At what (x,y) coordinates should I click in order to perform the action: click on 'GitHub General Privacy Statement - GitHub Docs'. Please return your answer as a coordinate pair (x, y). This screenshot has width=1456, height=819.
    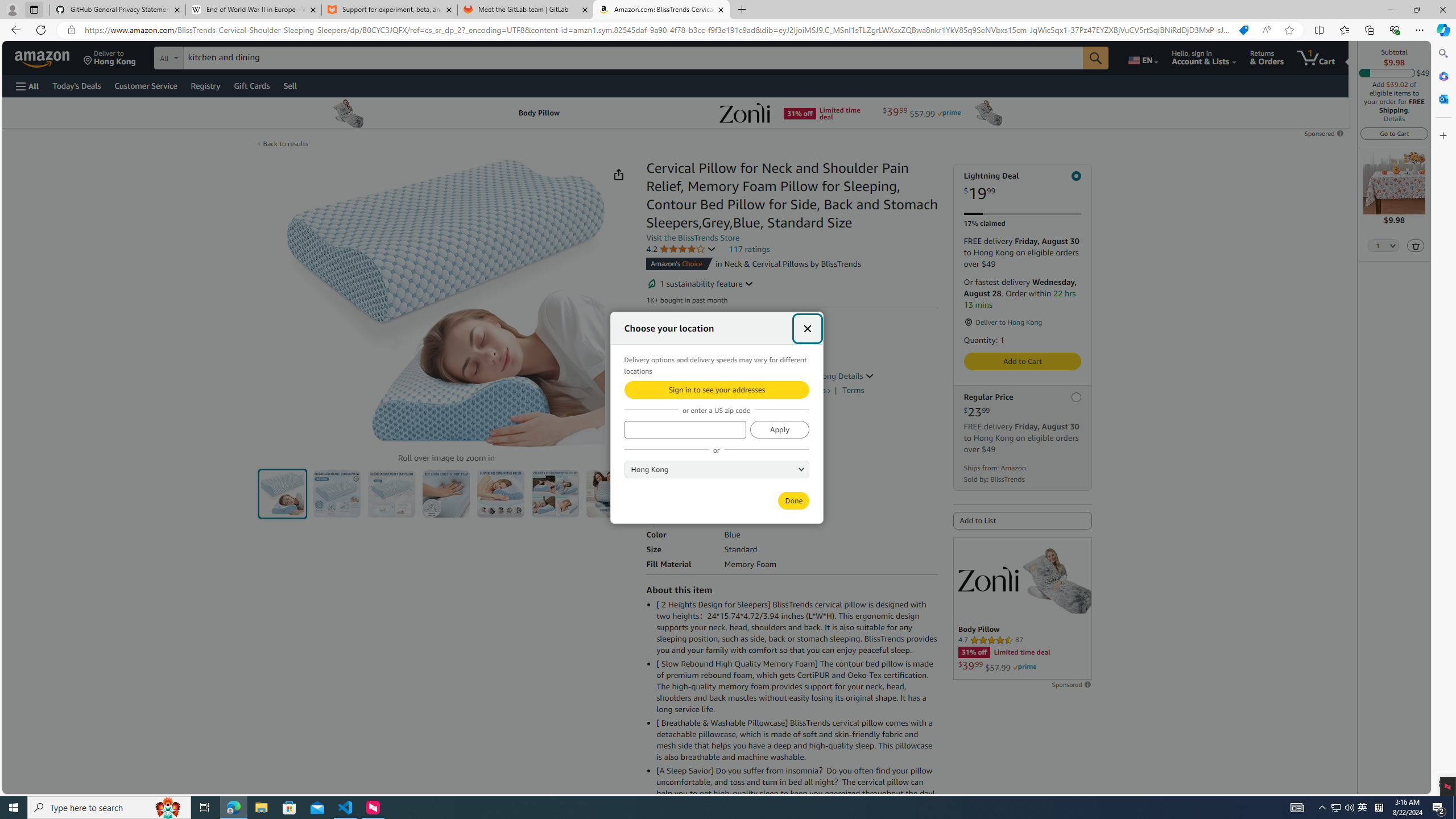
    Looking at the image, I should click on (118, 9).